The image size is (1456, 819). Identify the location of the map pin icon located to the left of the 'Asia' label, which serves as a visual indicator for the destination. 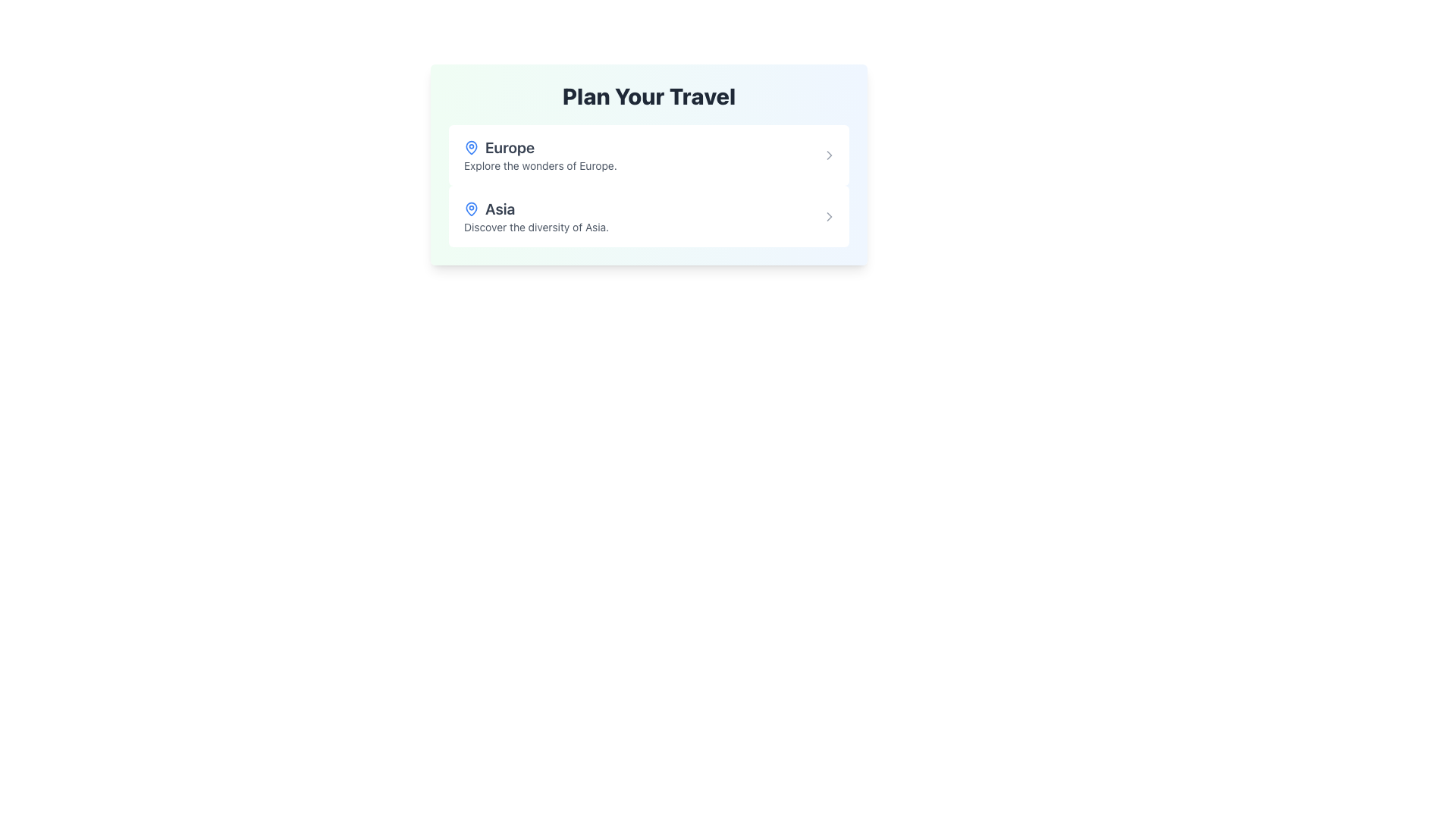
(471, 209).